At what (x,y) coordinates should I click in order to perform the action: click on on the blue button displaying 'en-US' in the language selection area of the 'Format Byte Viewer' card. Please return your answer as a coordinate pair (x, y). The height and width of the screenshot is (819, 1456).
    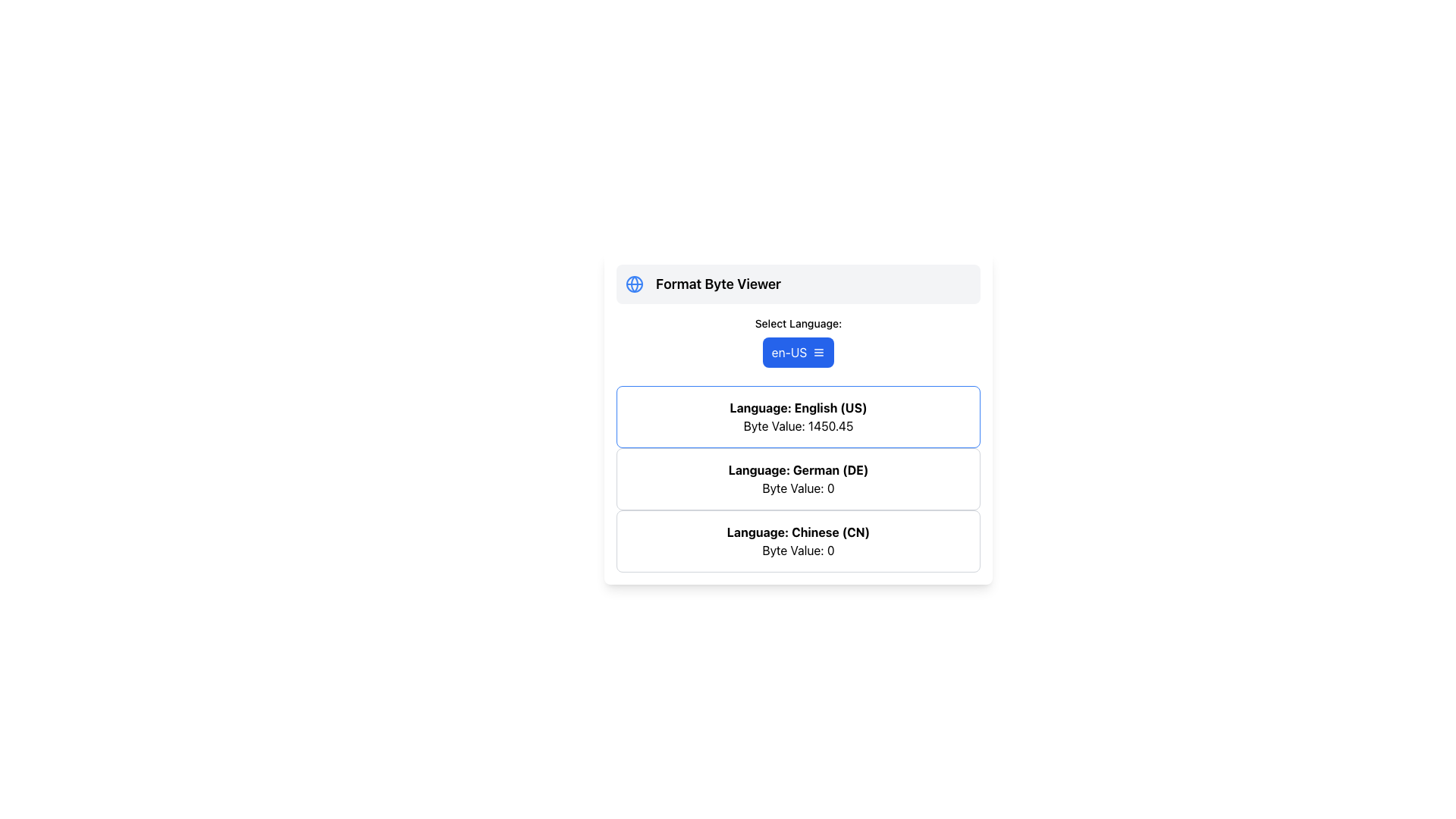
    Looking at the image, I should click on (797, 342).